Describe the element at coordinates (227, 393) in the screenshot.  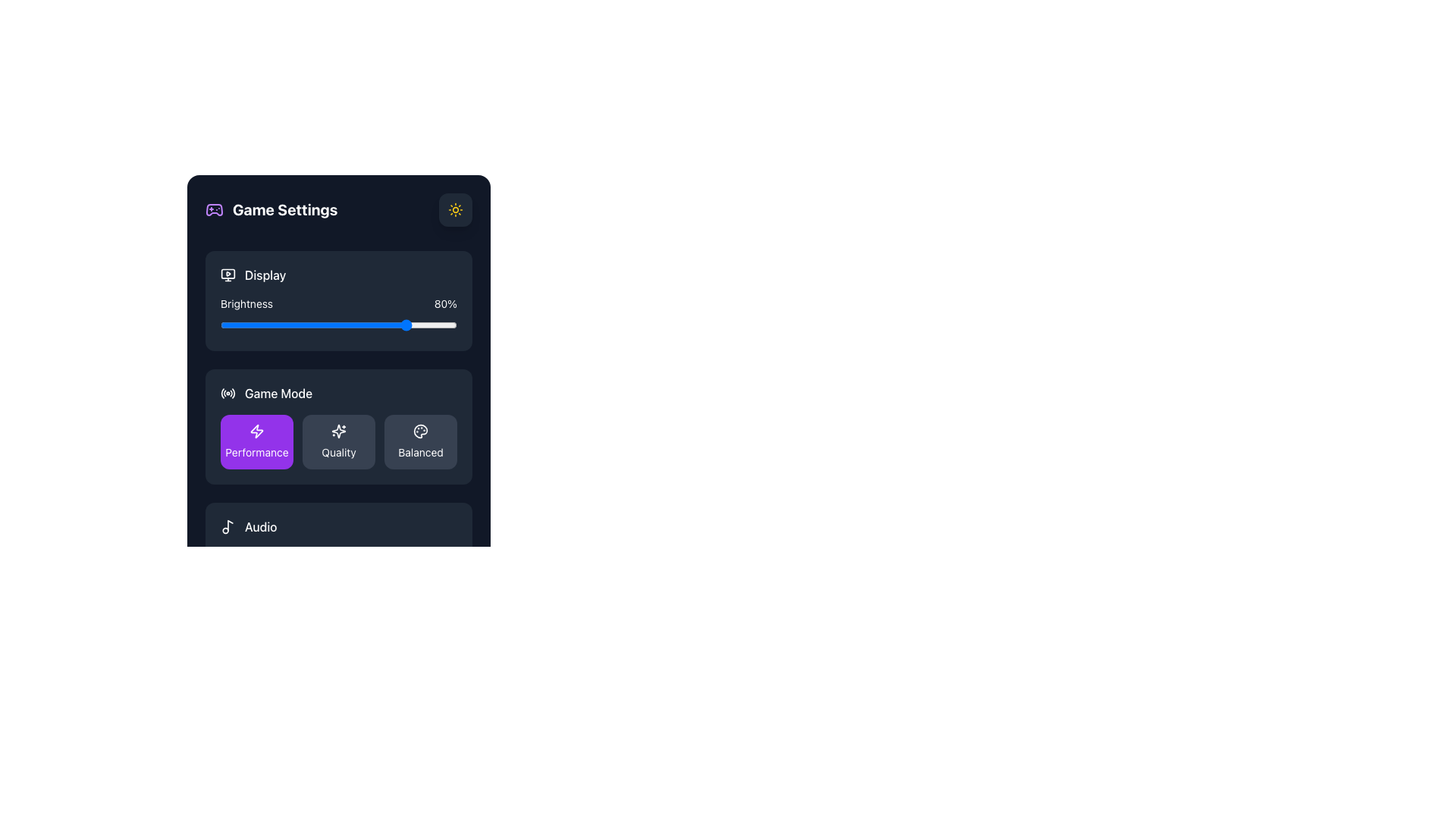
I see `the icon representing a radio signal in the 'Game Mode' section of the 'Game Settings', which indicates the active state or mode` at that location.